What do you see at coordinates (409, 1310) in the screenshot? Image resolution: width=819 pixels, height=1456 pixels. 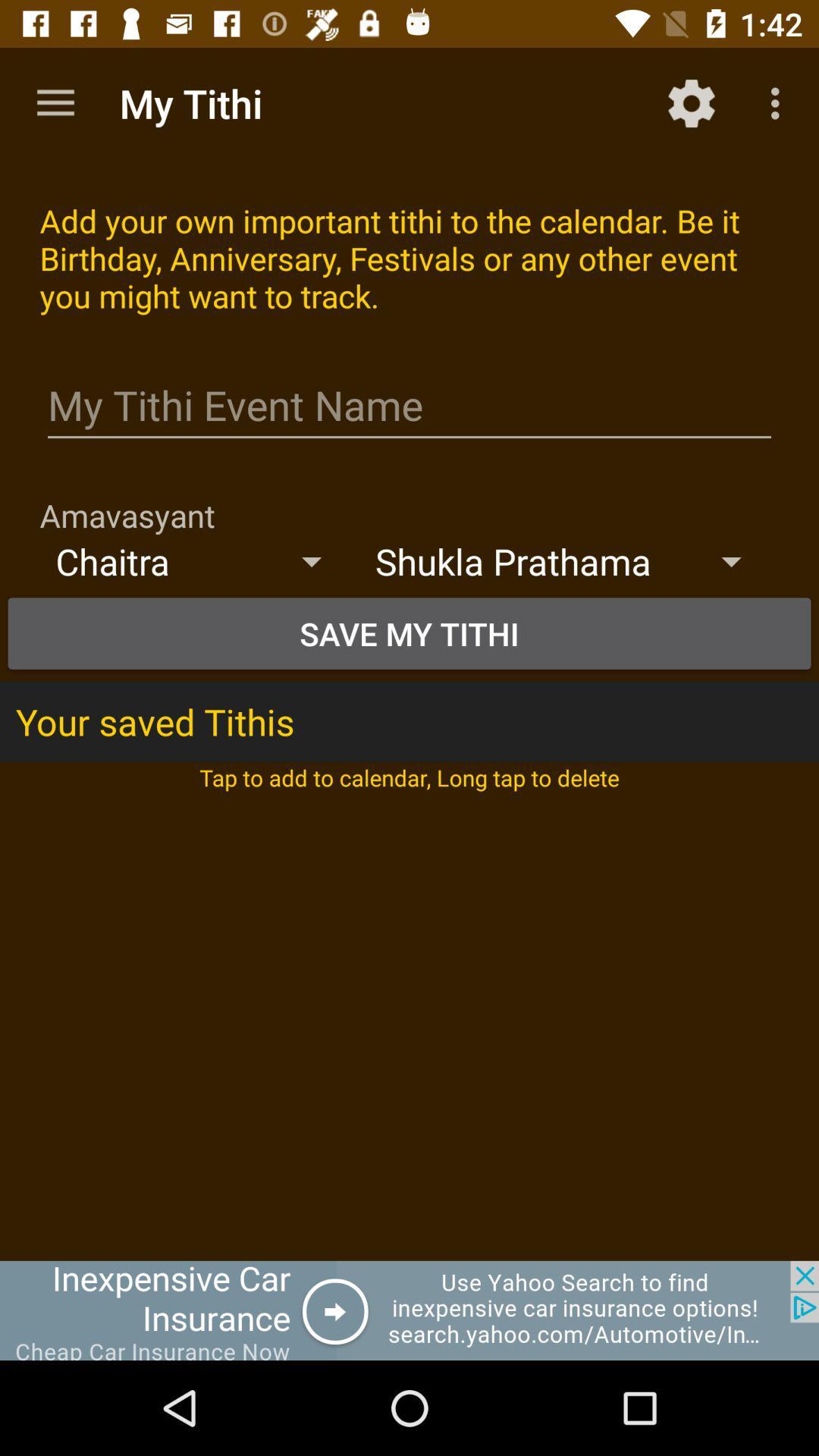 I see `insurance adds` at bounding box center [409, 1310].